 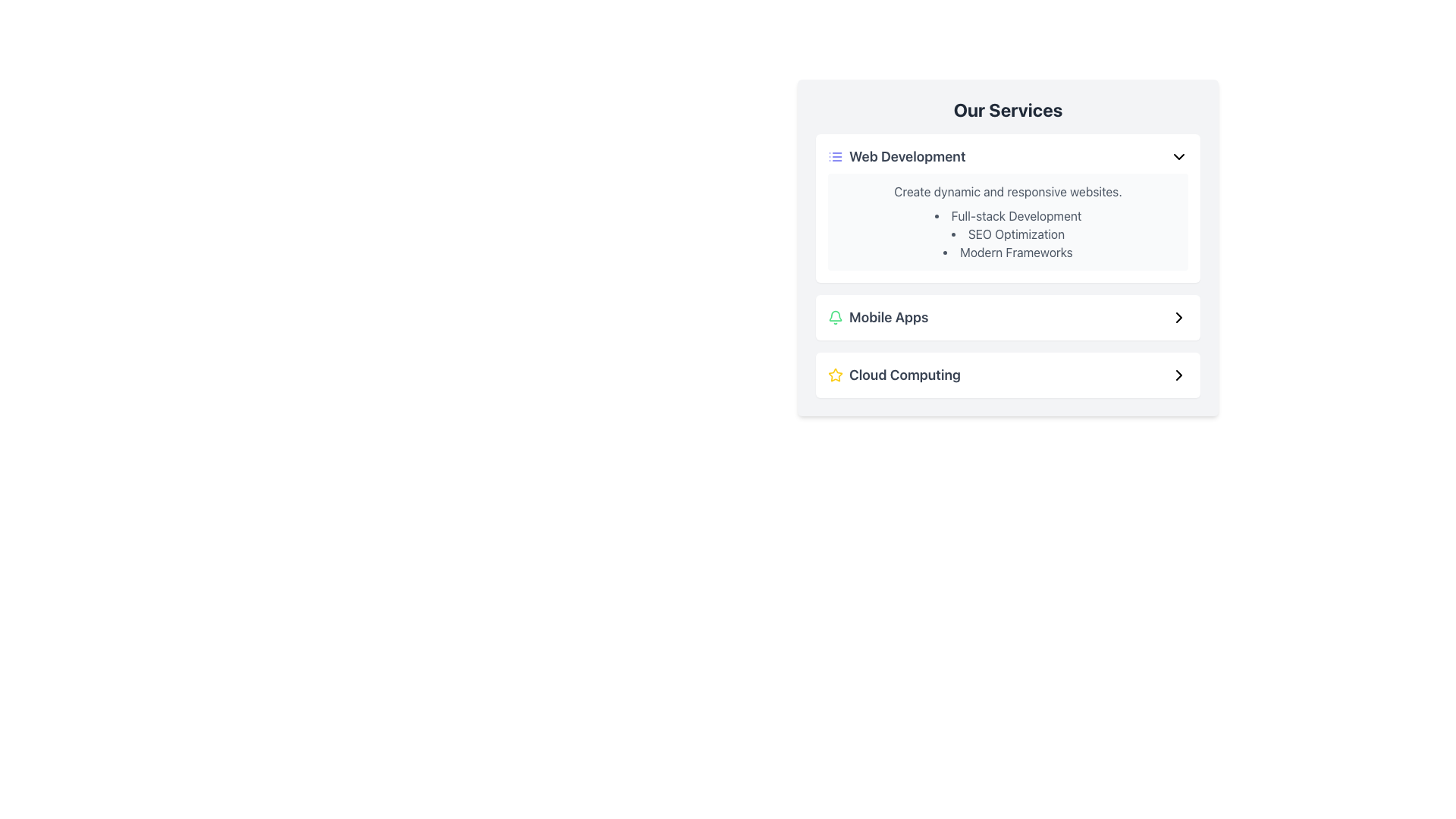 I want to click on the text label indicating 'SEO Optimization' in the bulleted list under the 'Web Development' section of the 'Our Services' card interface, so click(x=1008, y=234).